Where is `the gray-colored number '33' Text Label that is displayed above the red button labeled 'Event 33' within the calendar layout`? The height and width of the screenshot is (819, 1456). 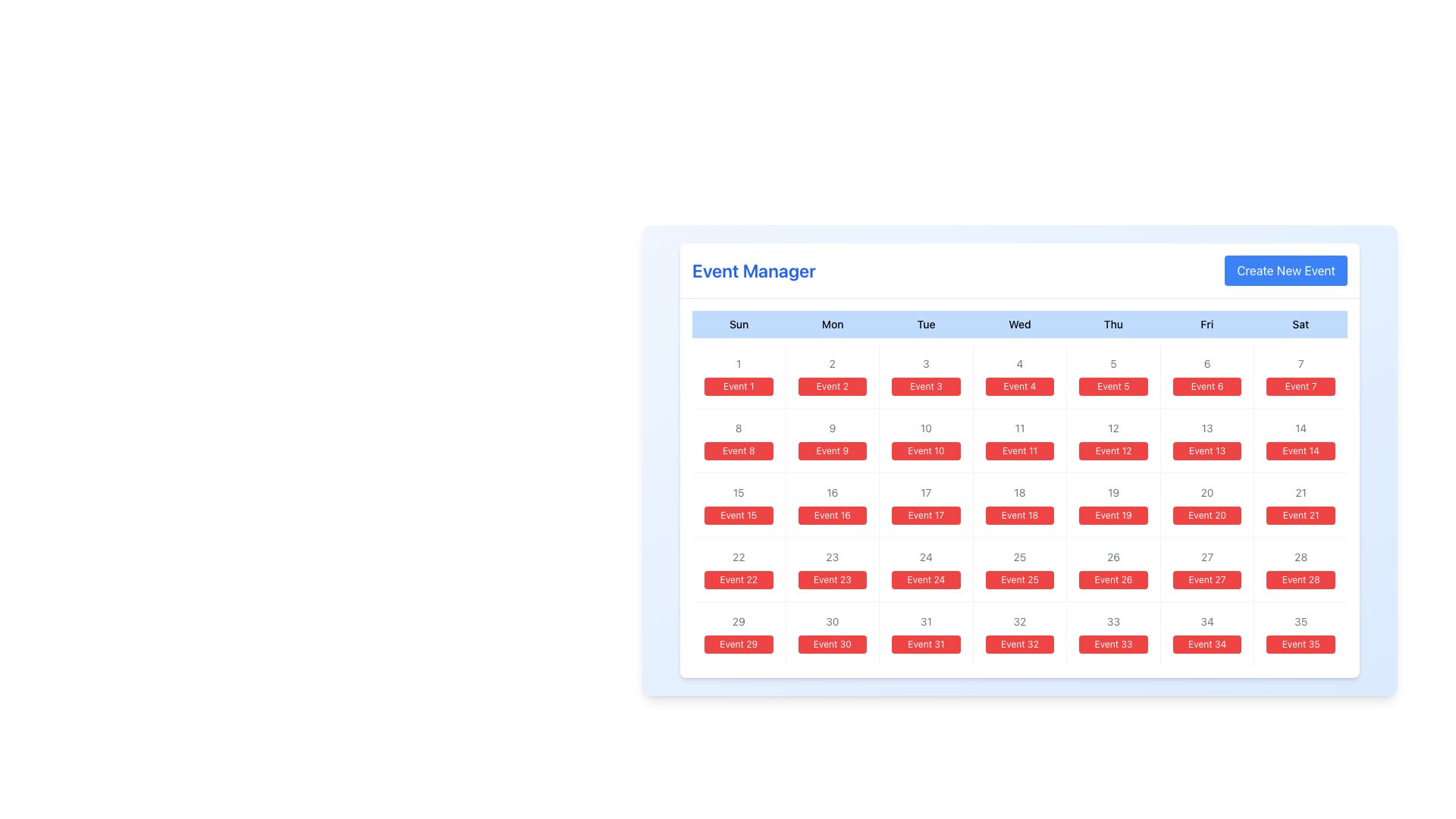 the gray-colored number '33' Text Label that is displayed above the red button labeled 'Event 33' within the calendar layout is located at coordinates (1113, 622).